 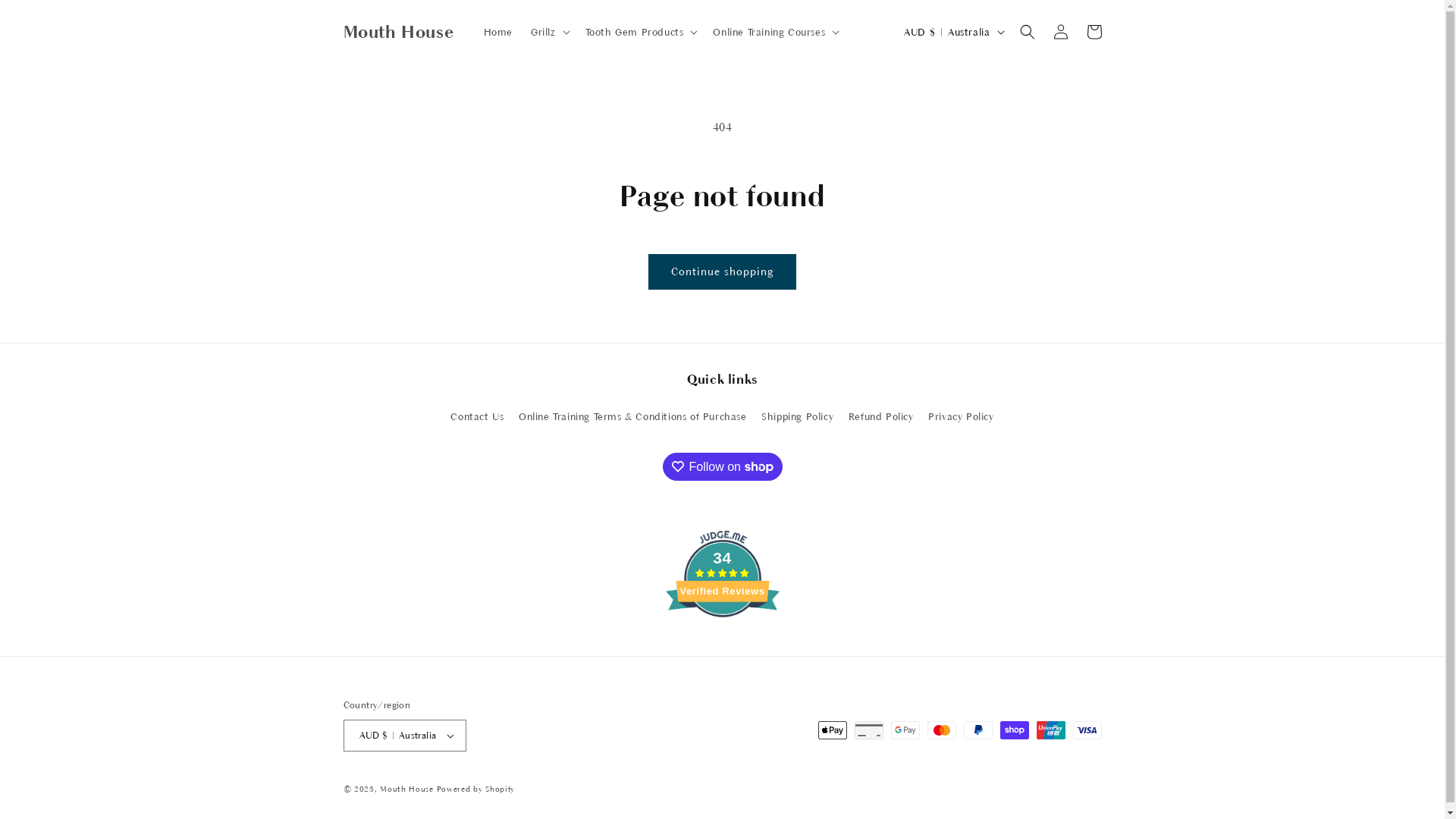 I want to click on 'Mouth House', so click(x=406, y=788).